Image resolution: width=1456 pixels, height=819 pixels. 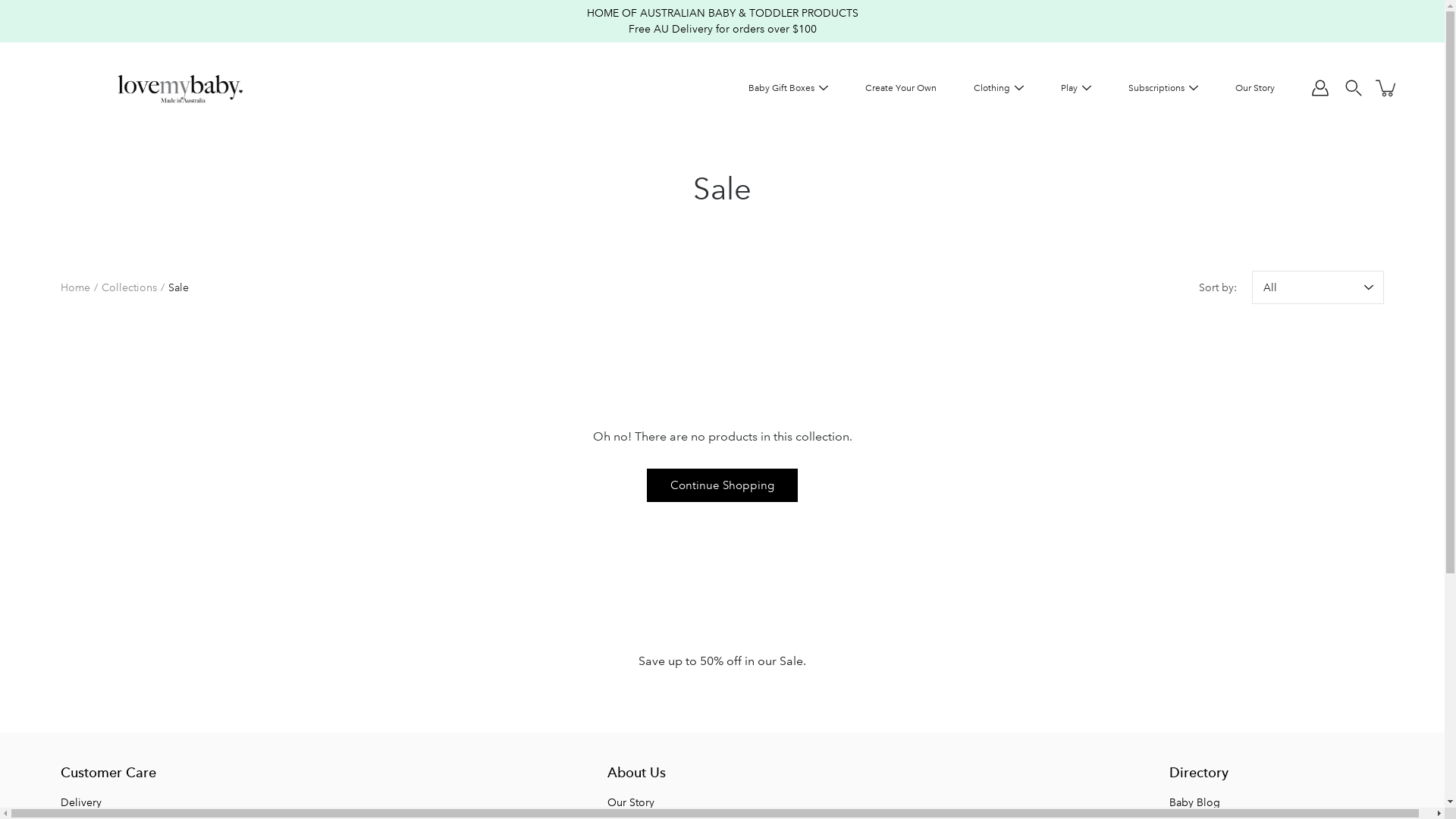 What do you see at coordinates (129, 287) in the screenshot?
I see `'Collections'` at bounding box center [129, 287].